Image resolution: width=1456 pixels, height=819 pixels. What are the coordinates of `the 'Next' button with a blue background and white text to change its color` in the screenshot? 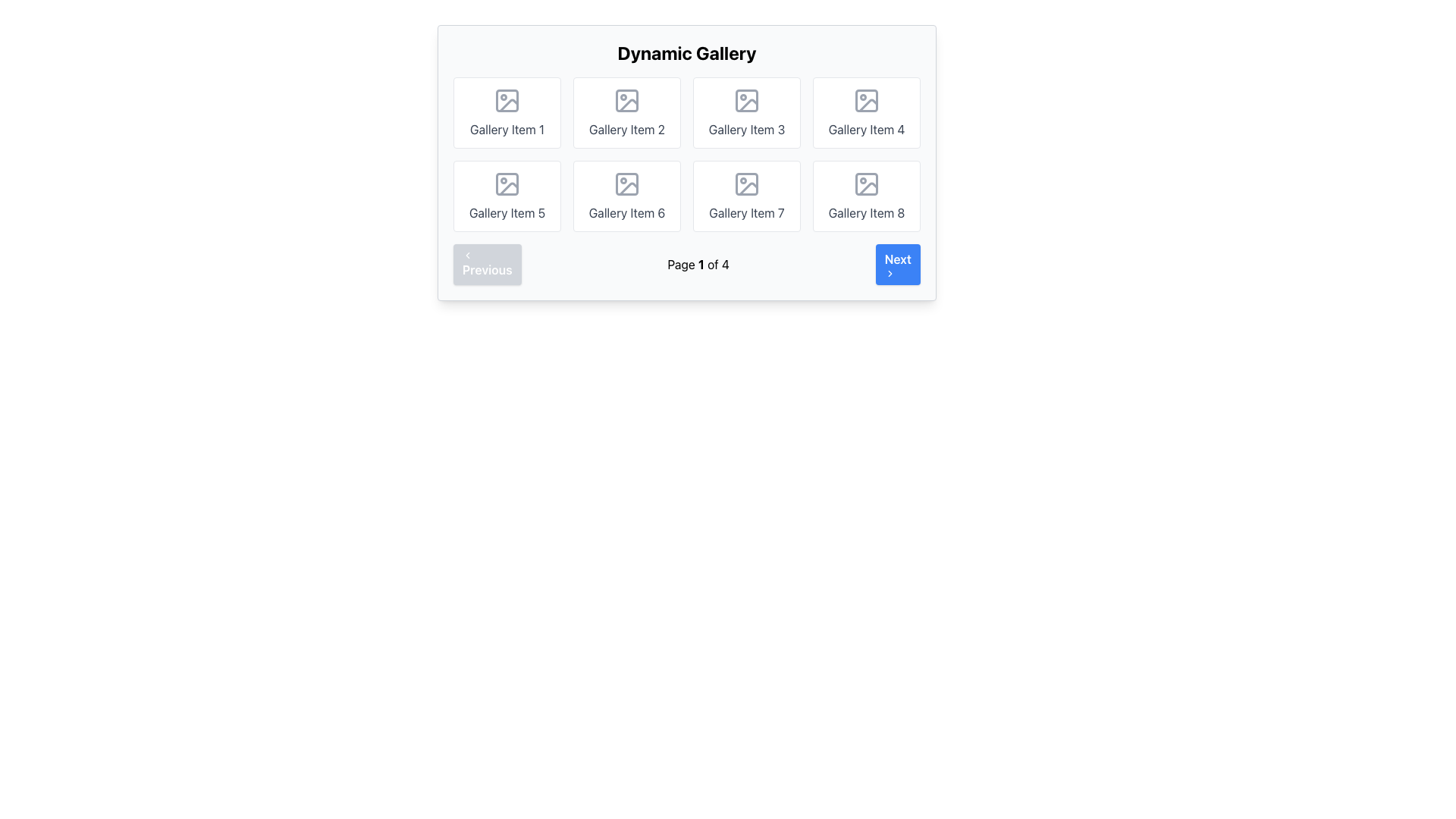 It's located at (898, 263).